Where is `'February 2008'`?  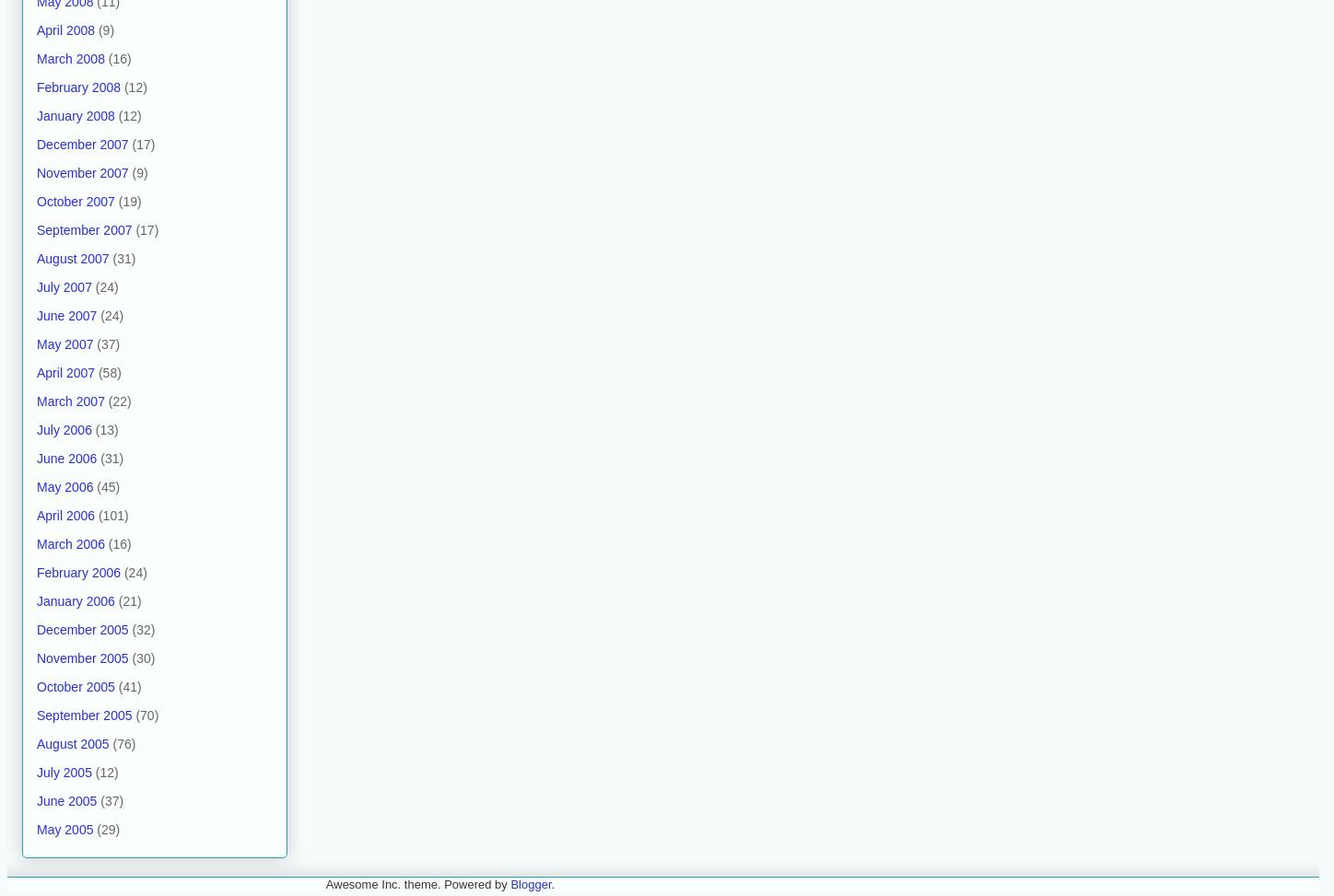
'February 2008' is located at coordinates (78, 85).